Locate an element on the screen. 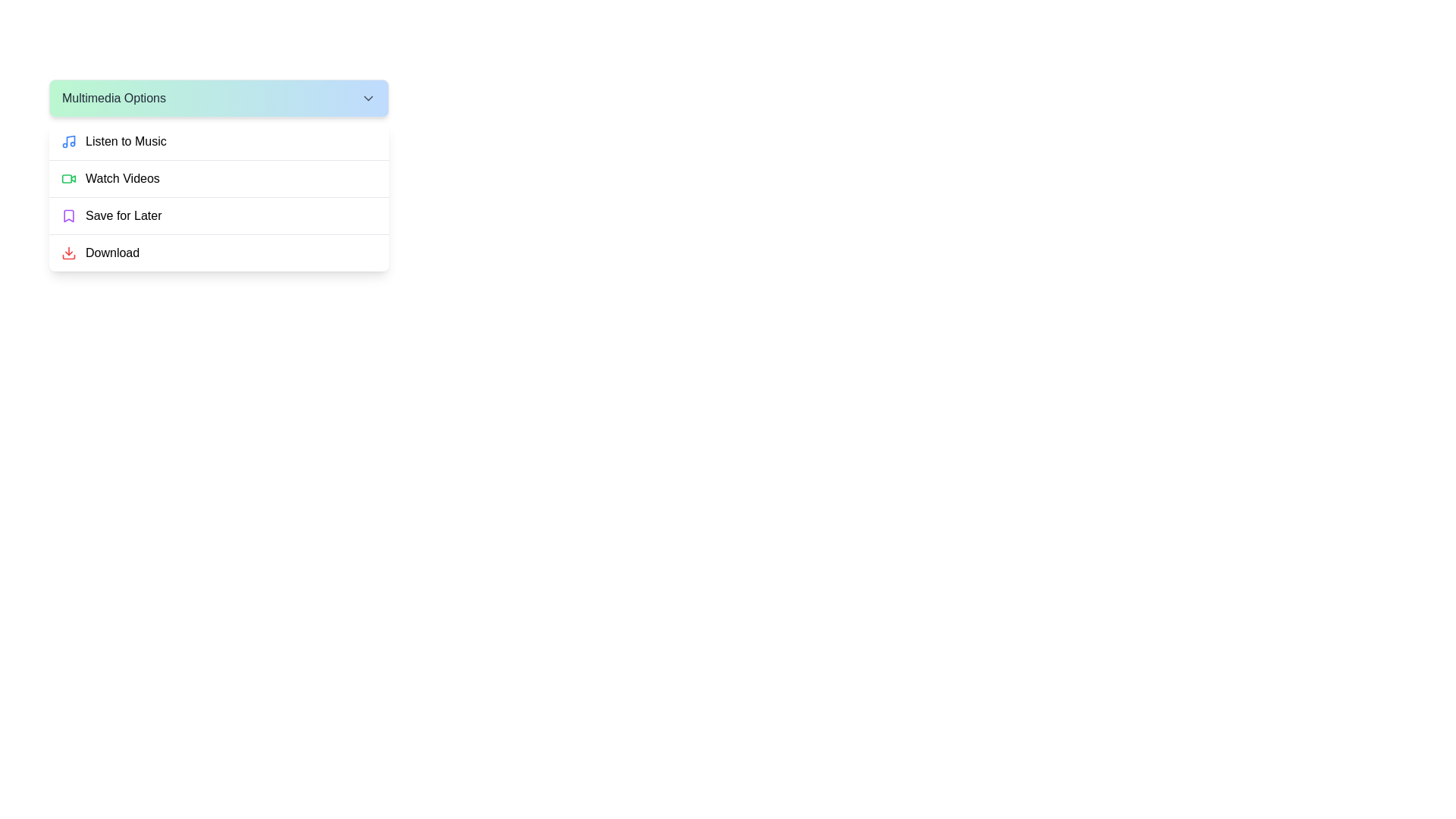 The height and width of the screenshot is (819, 1456). the 'Multimedia Options' static text label element, which is displayed in dark gray on a blue-to-green gradient background, located towards the top-left corner of the dropdown menu header is located at coordinates (113, 99).